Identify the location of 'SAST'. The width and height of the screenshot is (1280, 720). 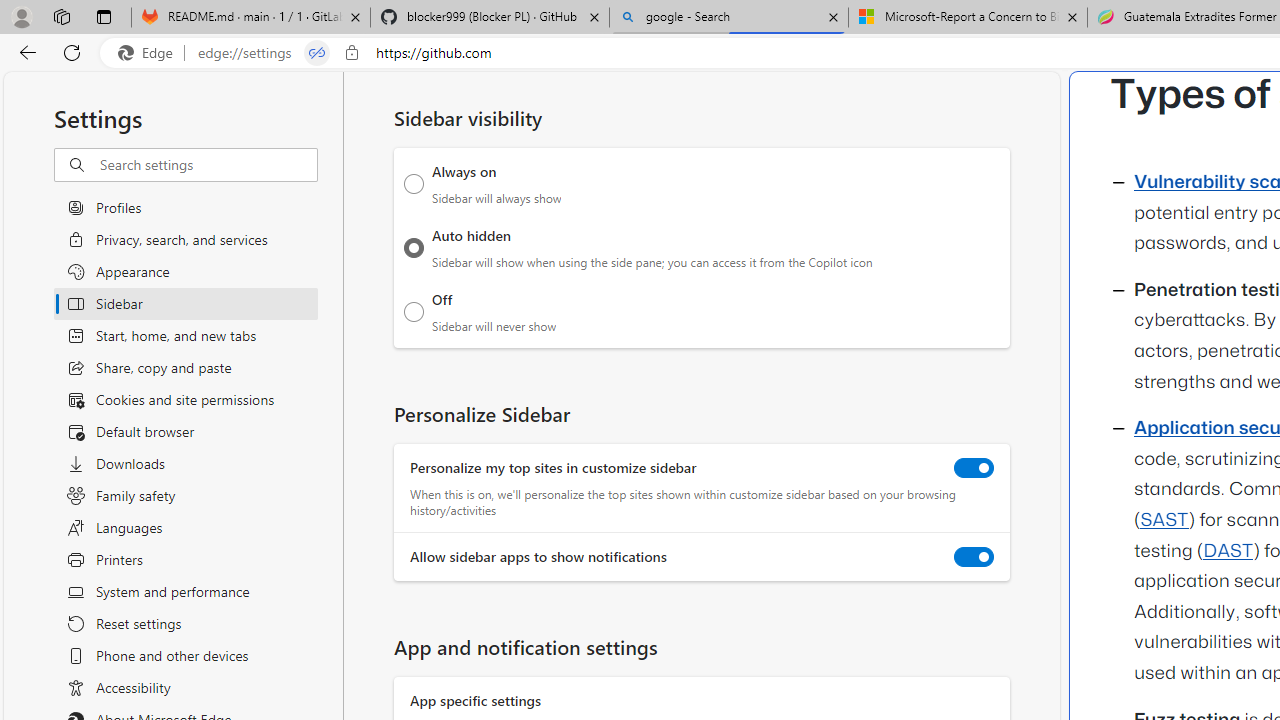
(1164, 519).